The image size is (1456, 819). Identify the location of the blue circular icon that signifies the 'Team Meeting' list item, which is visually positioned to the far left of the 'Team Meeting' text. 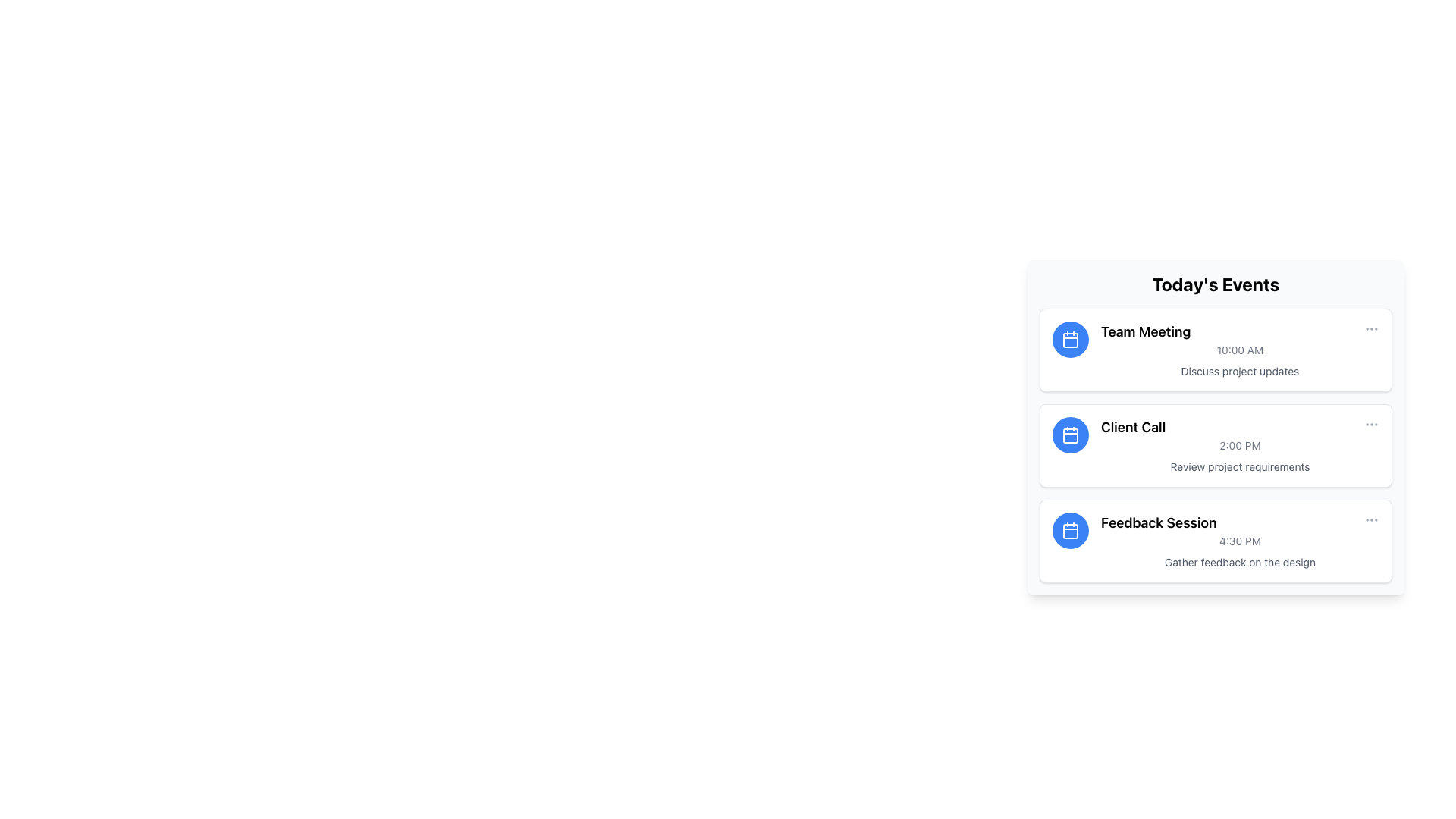
(1069, 338).